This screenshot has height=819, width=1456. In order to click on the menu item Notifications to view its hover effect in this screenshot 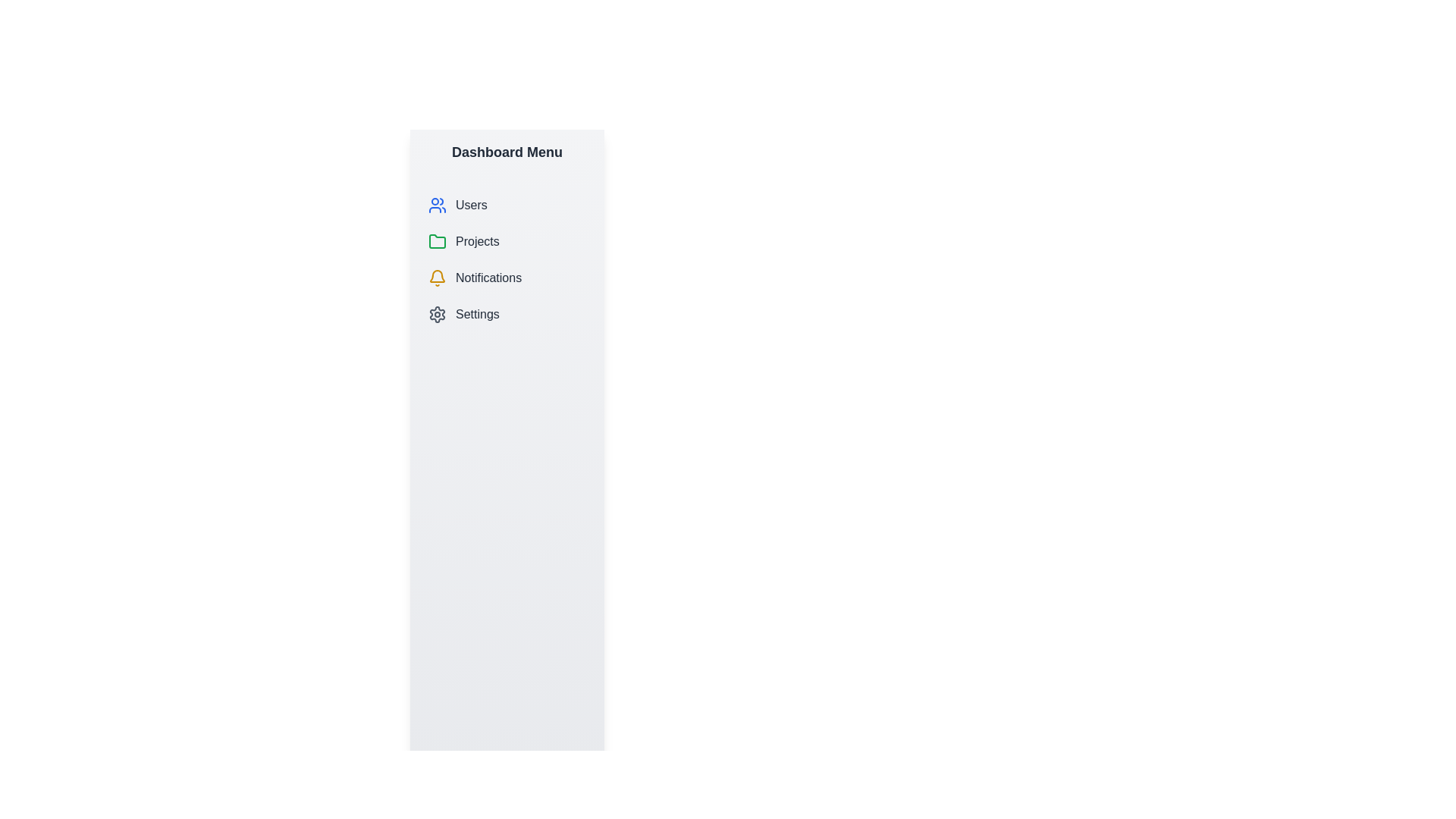, I will do `click(507, 278)`.